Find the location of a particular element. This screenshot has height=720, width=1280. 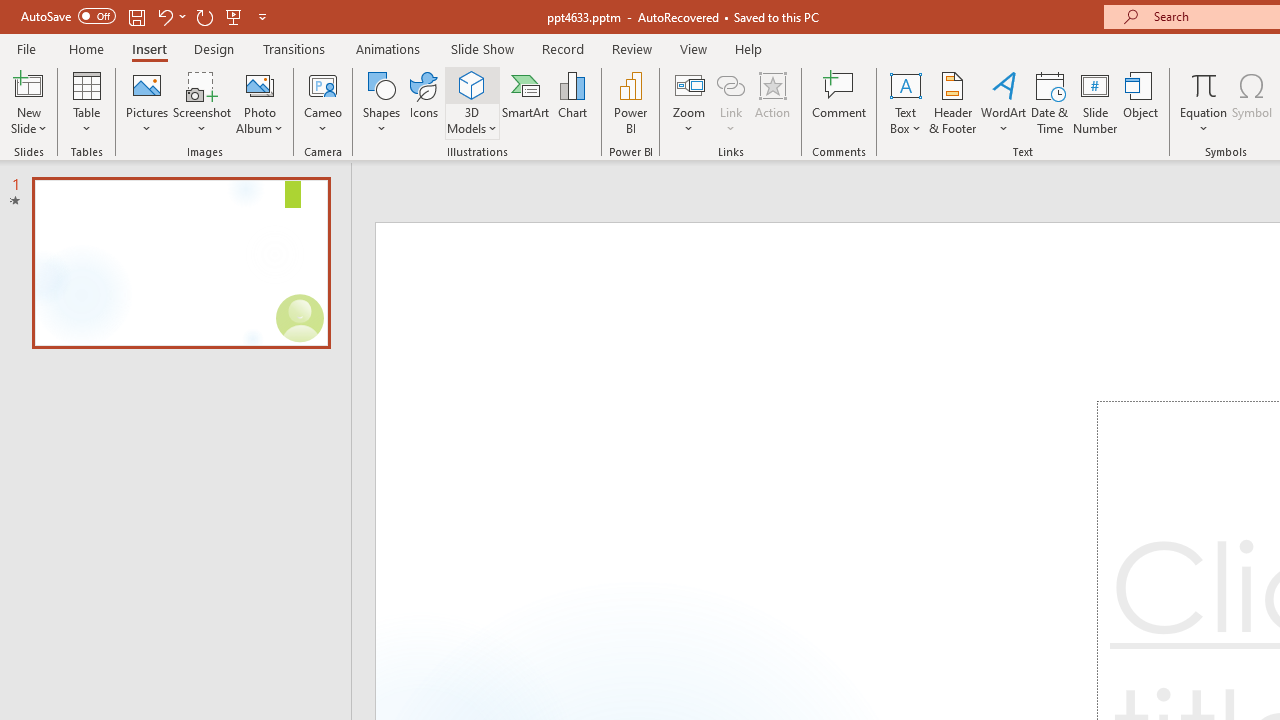

'WordArt' is located at coordinates (1004, 103).